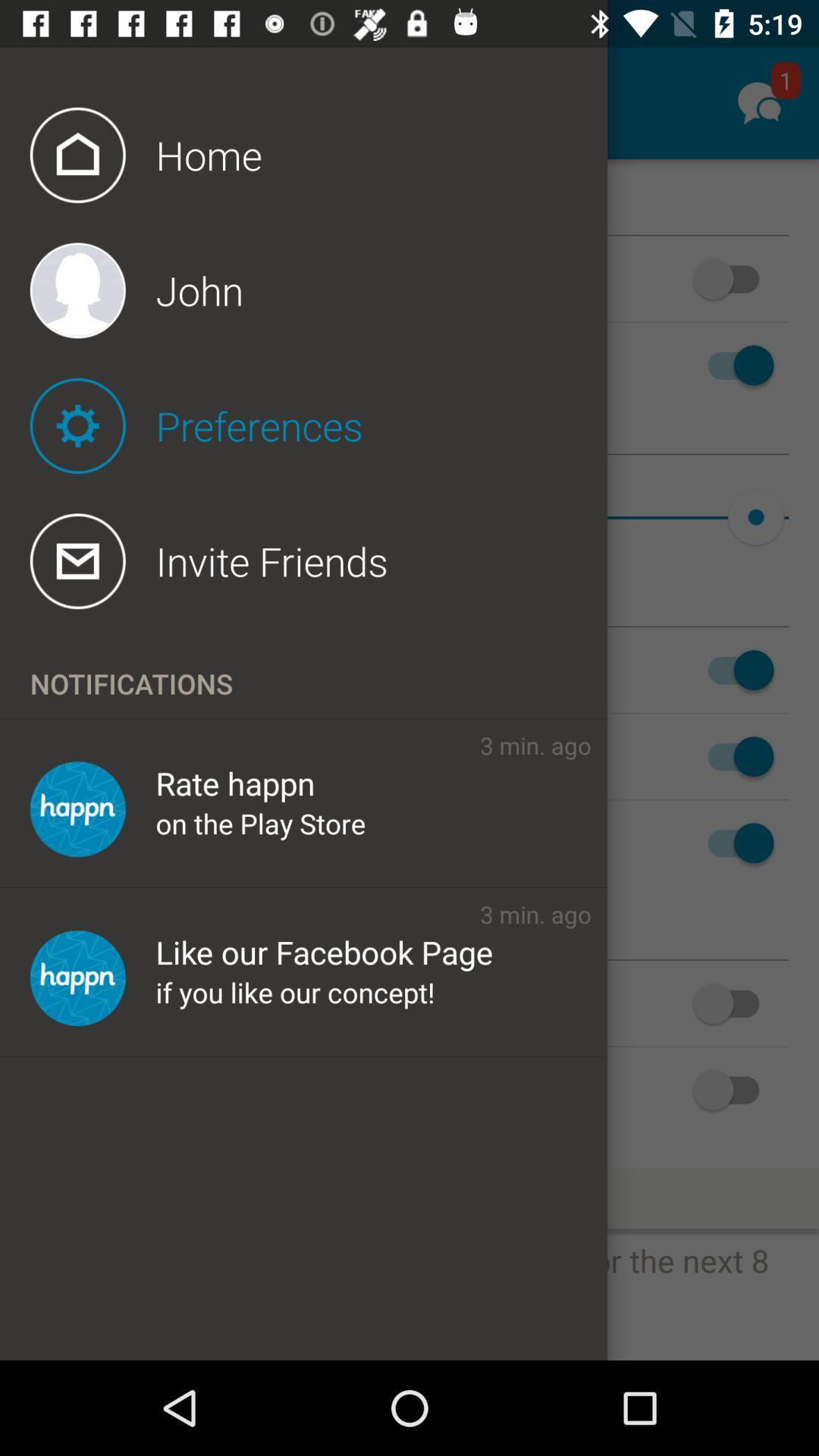  I want to click on onoff button, so click(733, 279).